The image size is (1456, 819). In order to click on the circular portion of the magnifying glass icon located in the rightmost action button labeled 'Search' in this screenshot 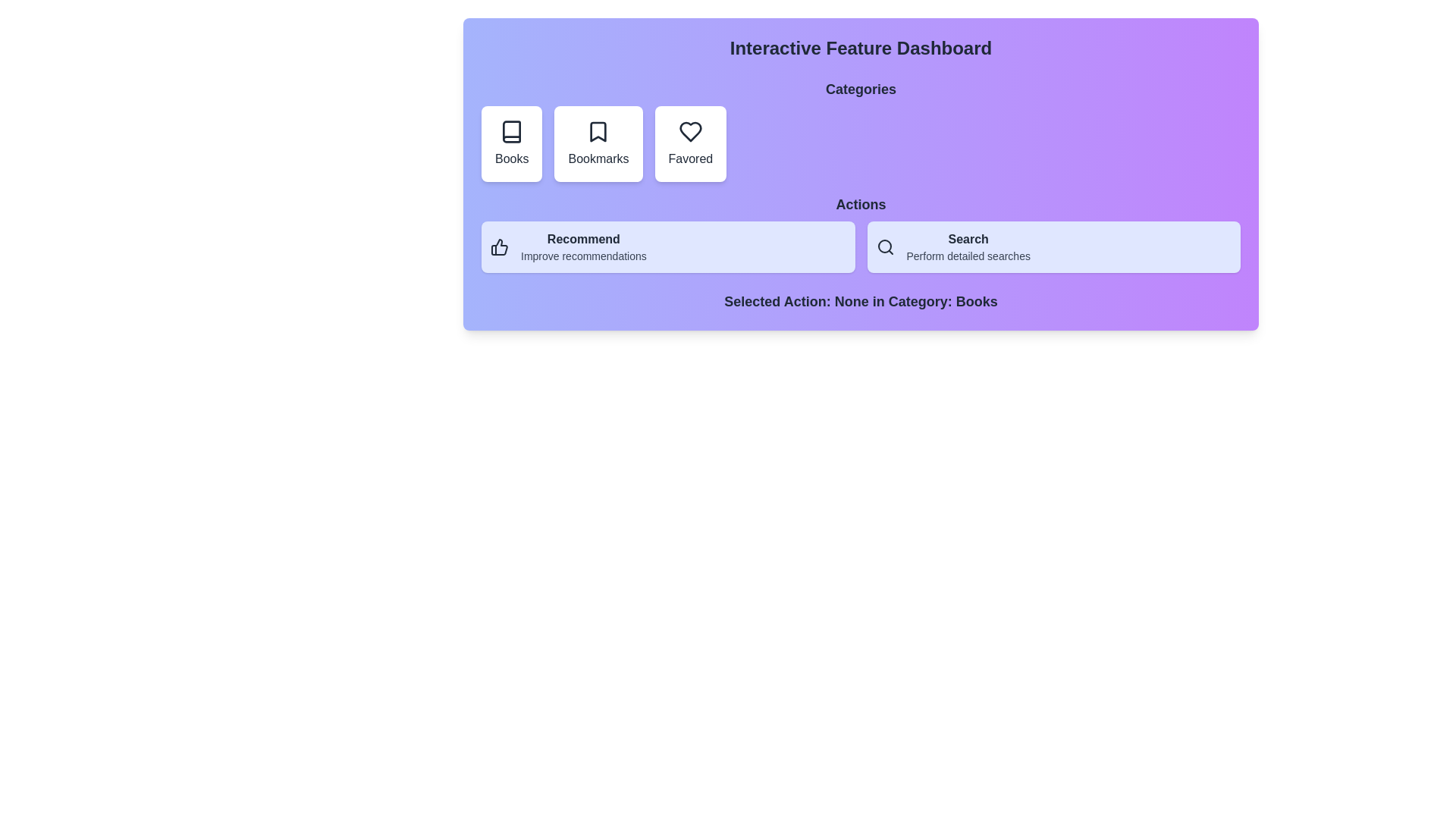, I will do `click(884, 245)`.